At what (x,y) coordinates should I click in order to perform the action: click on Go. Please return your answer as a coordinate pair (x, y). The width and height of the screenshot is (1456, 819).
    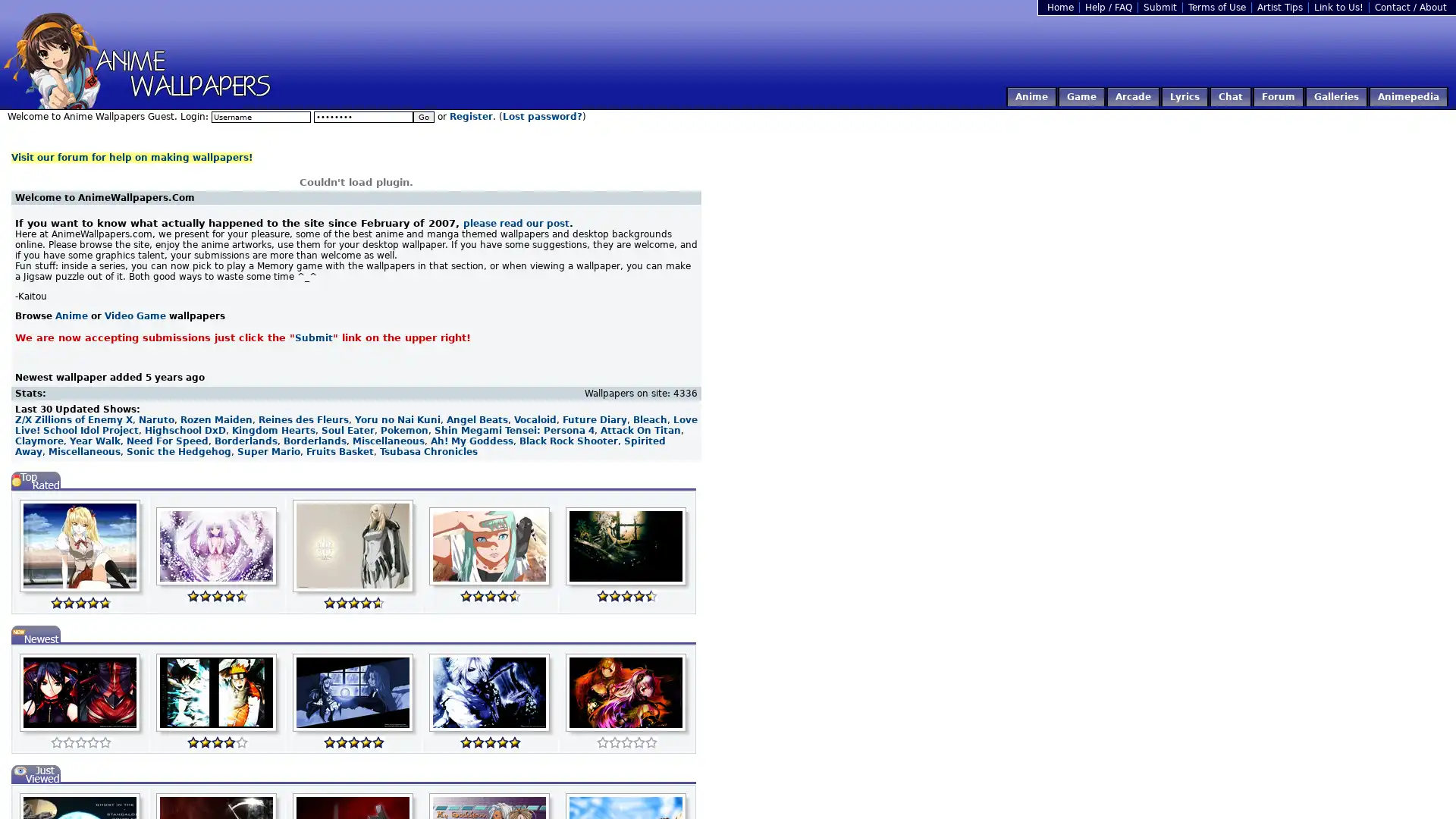
    Looking at the image, I should click on (423, 116).